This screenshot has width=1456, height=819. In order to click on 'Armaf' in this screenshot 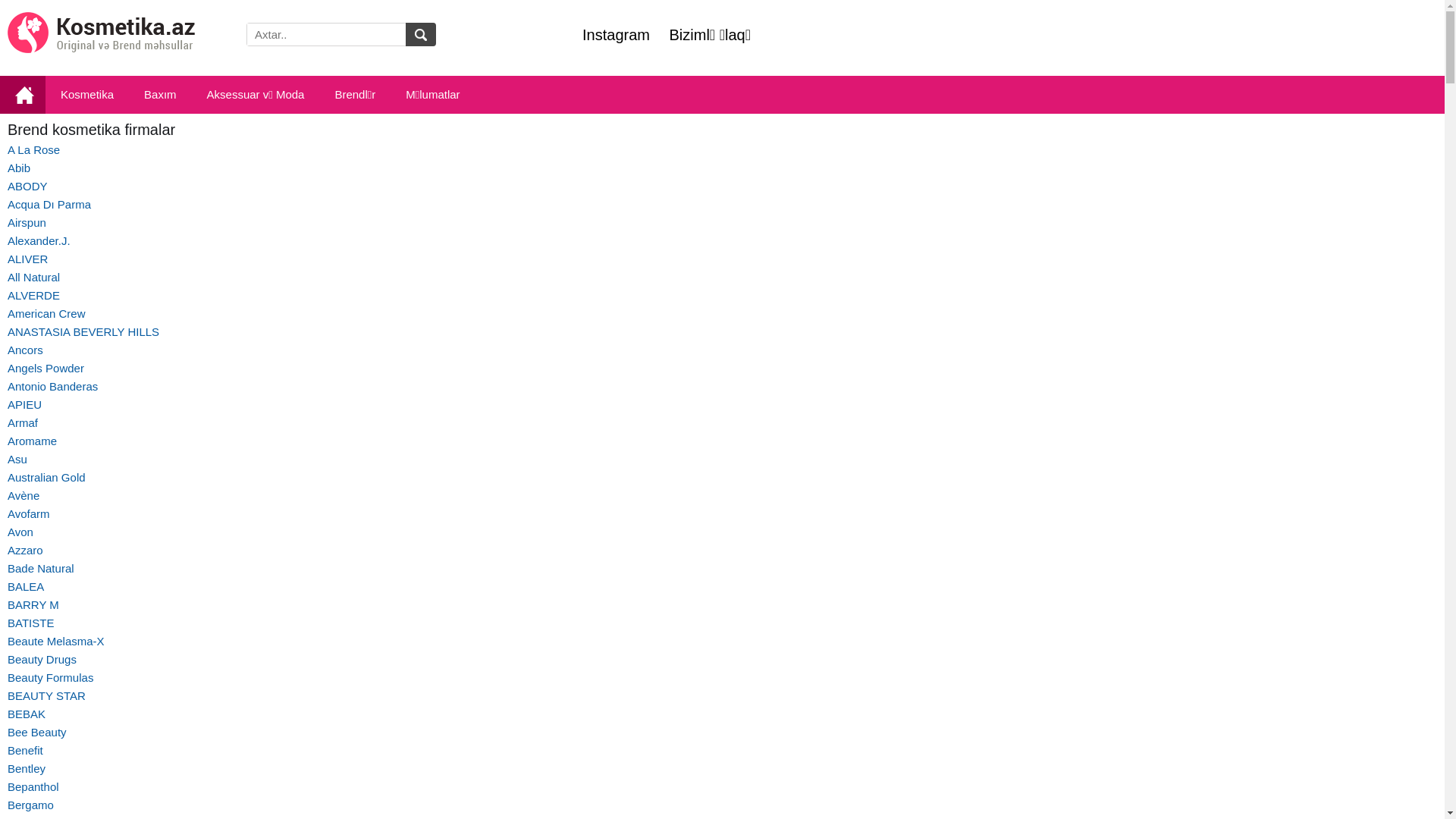, I will do `click(22, 422)`.